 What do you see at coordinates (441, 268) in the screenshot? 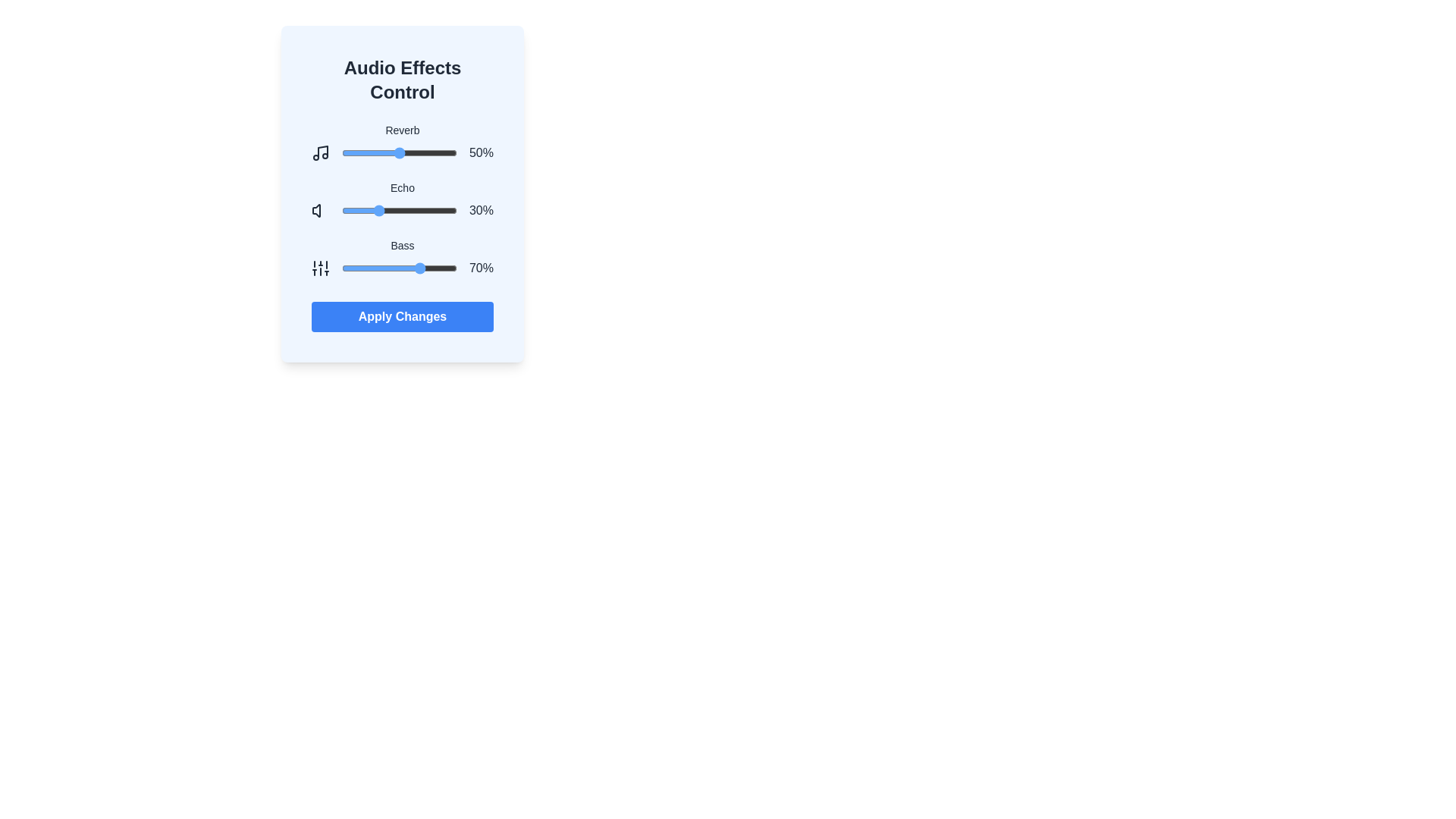
I see `bass` at bounding box center [441, 268].